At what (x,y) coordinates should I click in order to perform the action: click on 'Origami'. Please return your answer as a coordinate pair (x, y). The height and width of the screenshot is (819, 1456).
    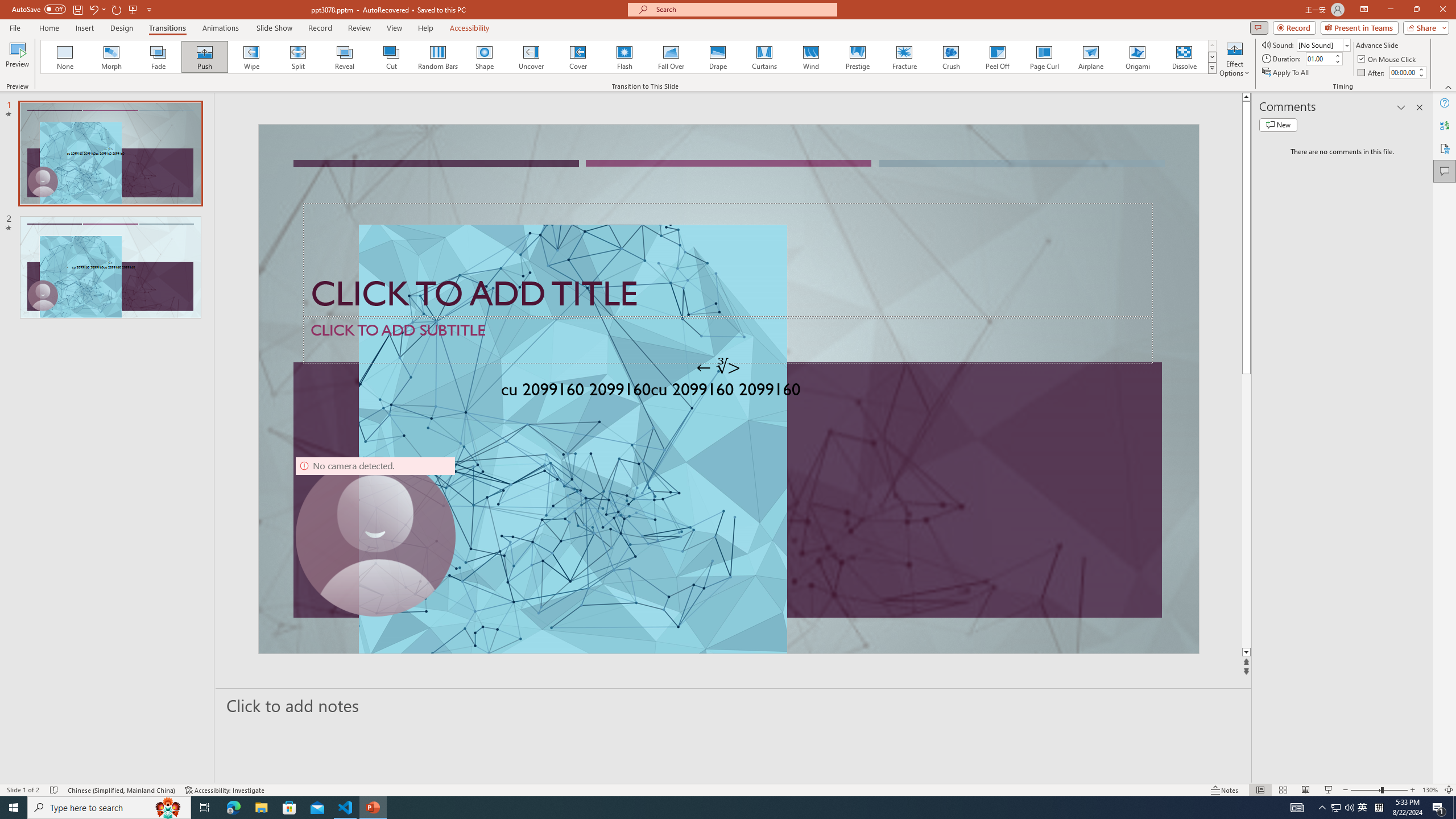
    Looking at the image, I should click on (1136, 56).